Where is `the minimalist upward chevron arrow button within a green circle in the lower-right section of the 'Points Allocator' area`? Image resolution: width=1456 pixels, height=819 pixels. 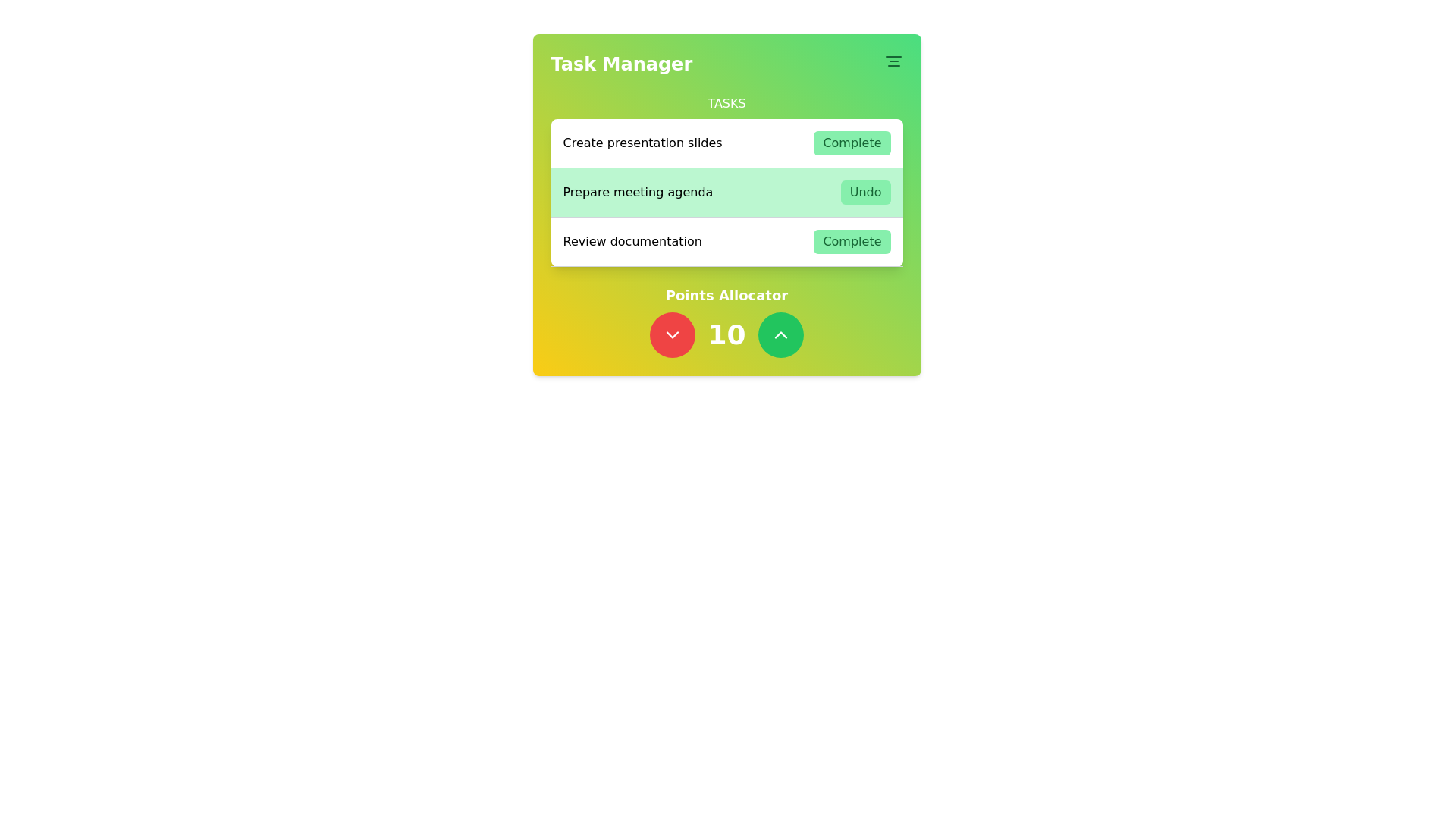
the minimalist upward chevron arrow button within a green circle in the lower-right section of the 'Points Allocator' area is located at coordinates (780, 334).